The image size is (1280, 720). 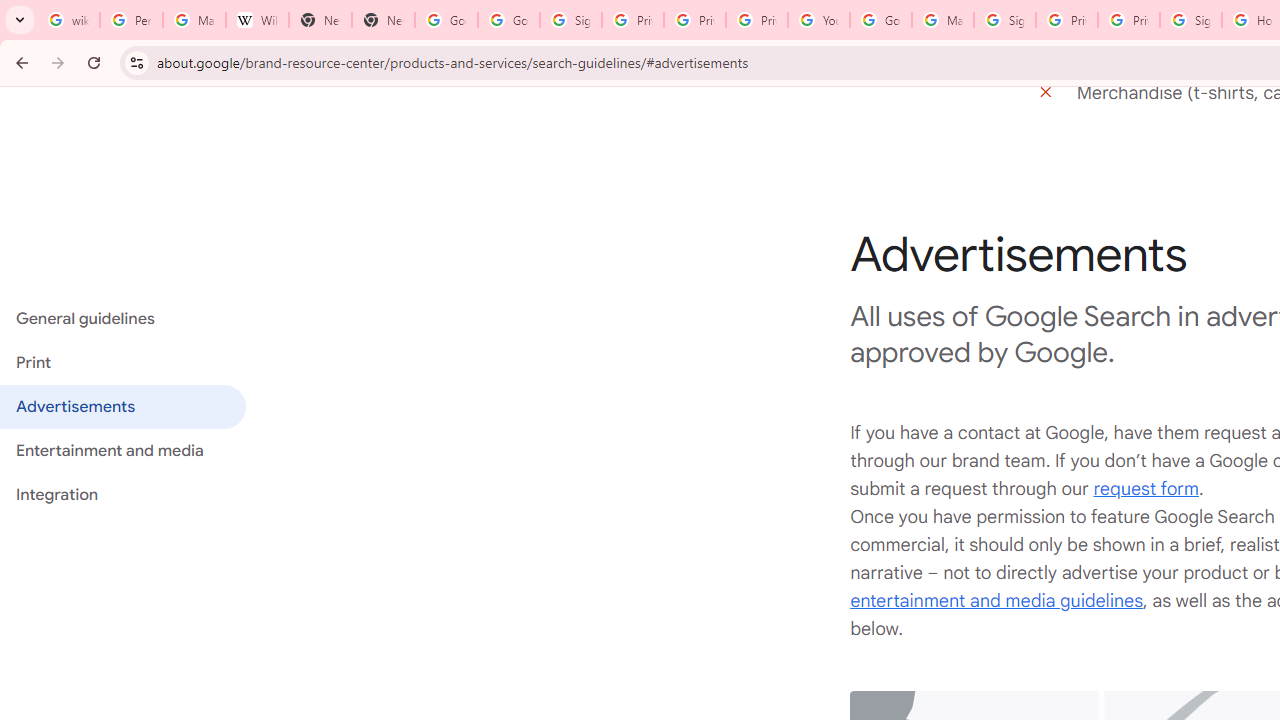 I want to click on 'Personalization & Google Search results - Google Search Help', so click(x=130, y=20).